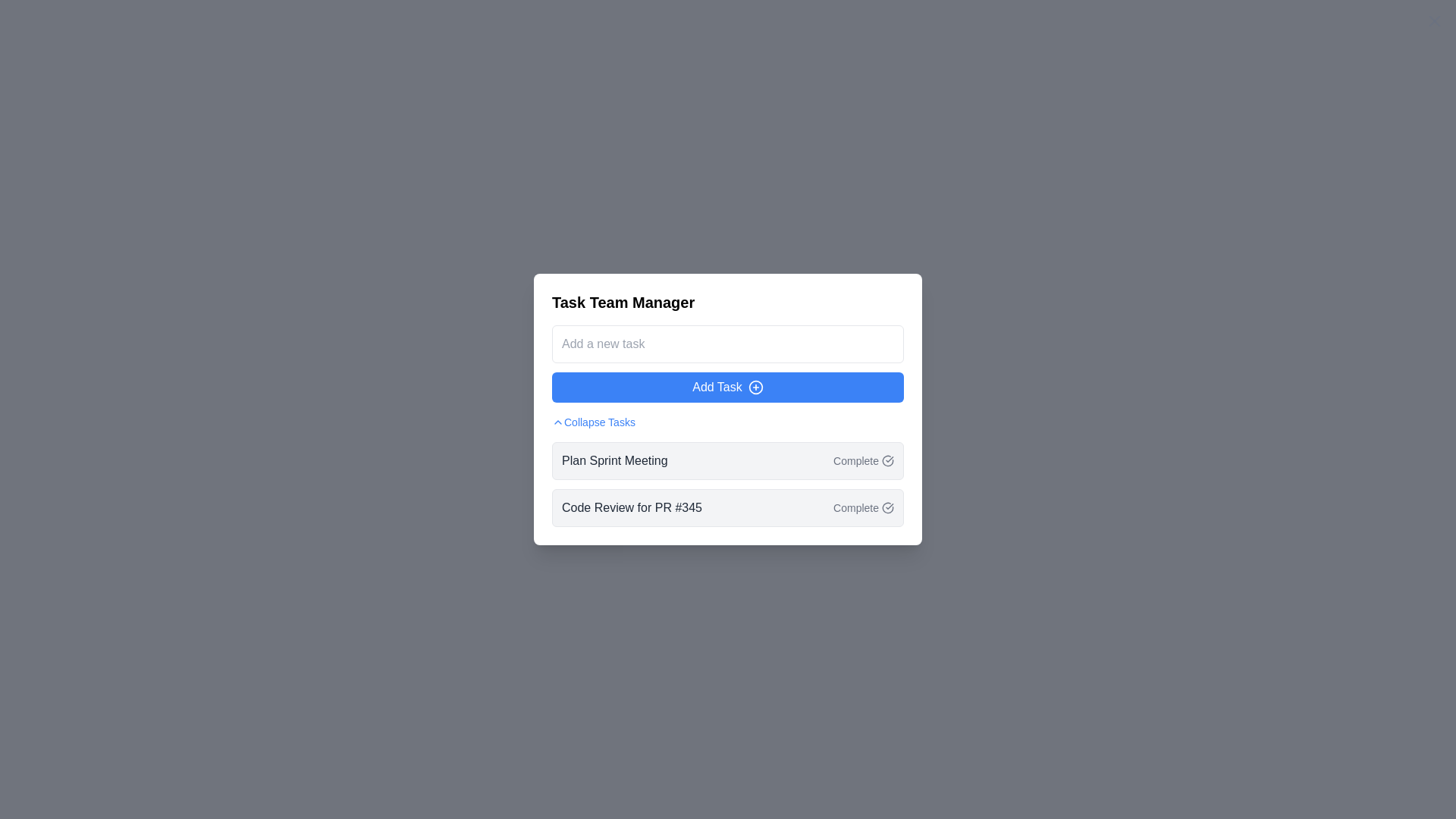  Describe the element at coordinates (755, 386) in the screenshot. I see `SVG circle that is part of the 'Add Task' button, which visually indicates the action of adding a new task, for debugging purposes` at that location.